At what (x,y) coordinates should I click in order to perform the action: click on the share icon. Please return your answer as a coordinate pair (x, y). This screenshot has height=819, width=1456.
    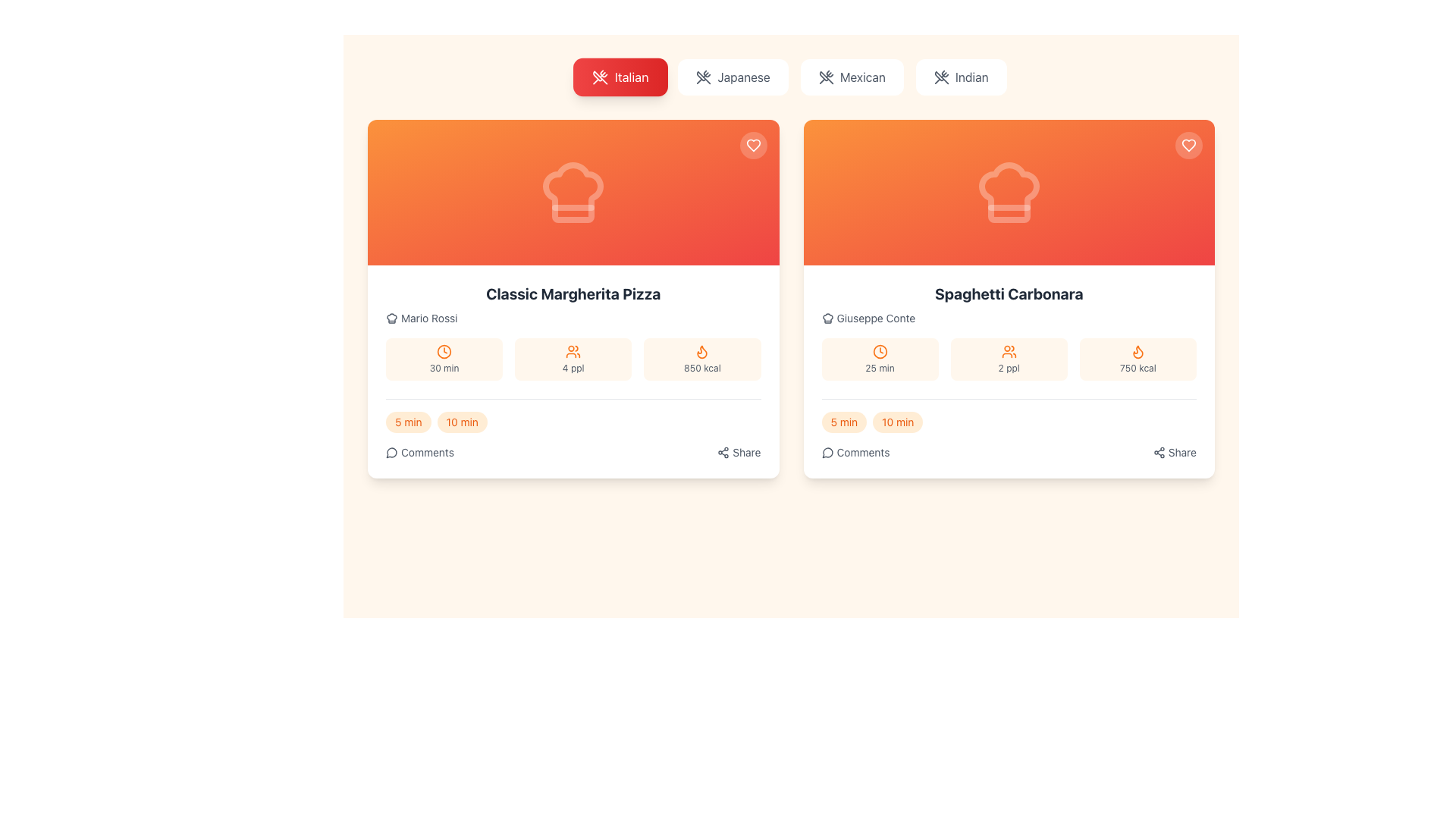
    Looking at the image, I should click on (723, 452).